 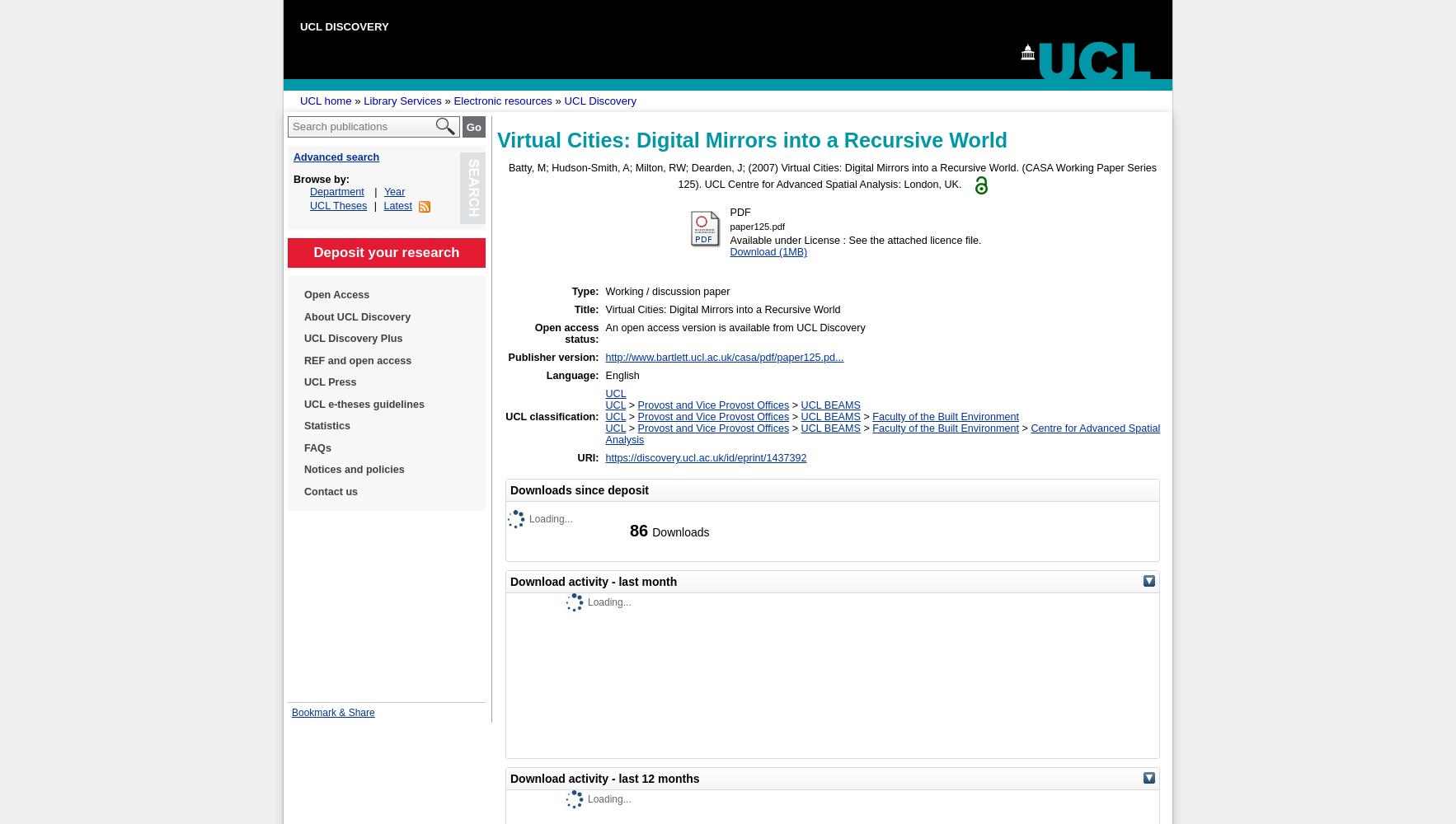 I want to click on 'About
                                    UCL Discovery', so click(x=356, y=316).